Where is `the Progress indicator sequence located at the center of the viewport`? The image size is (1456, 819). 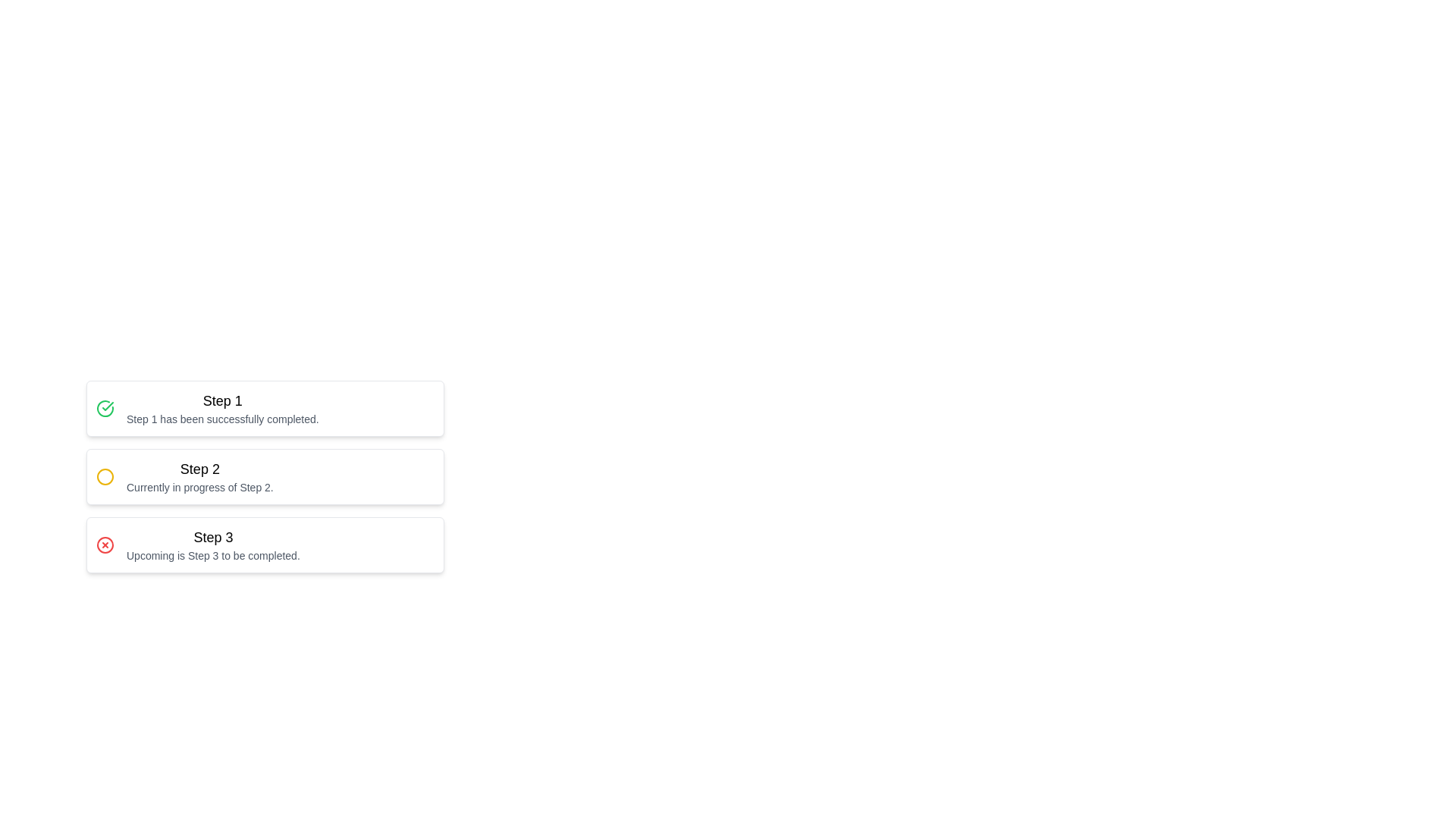
the Progress indicator sequence located at the center of the viewport is located at coordinates (393, 526).